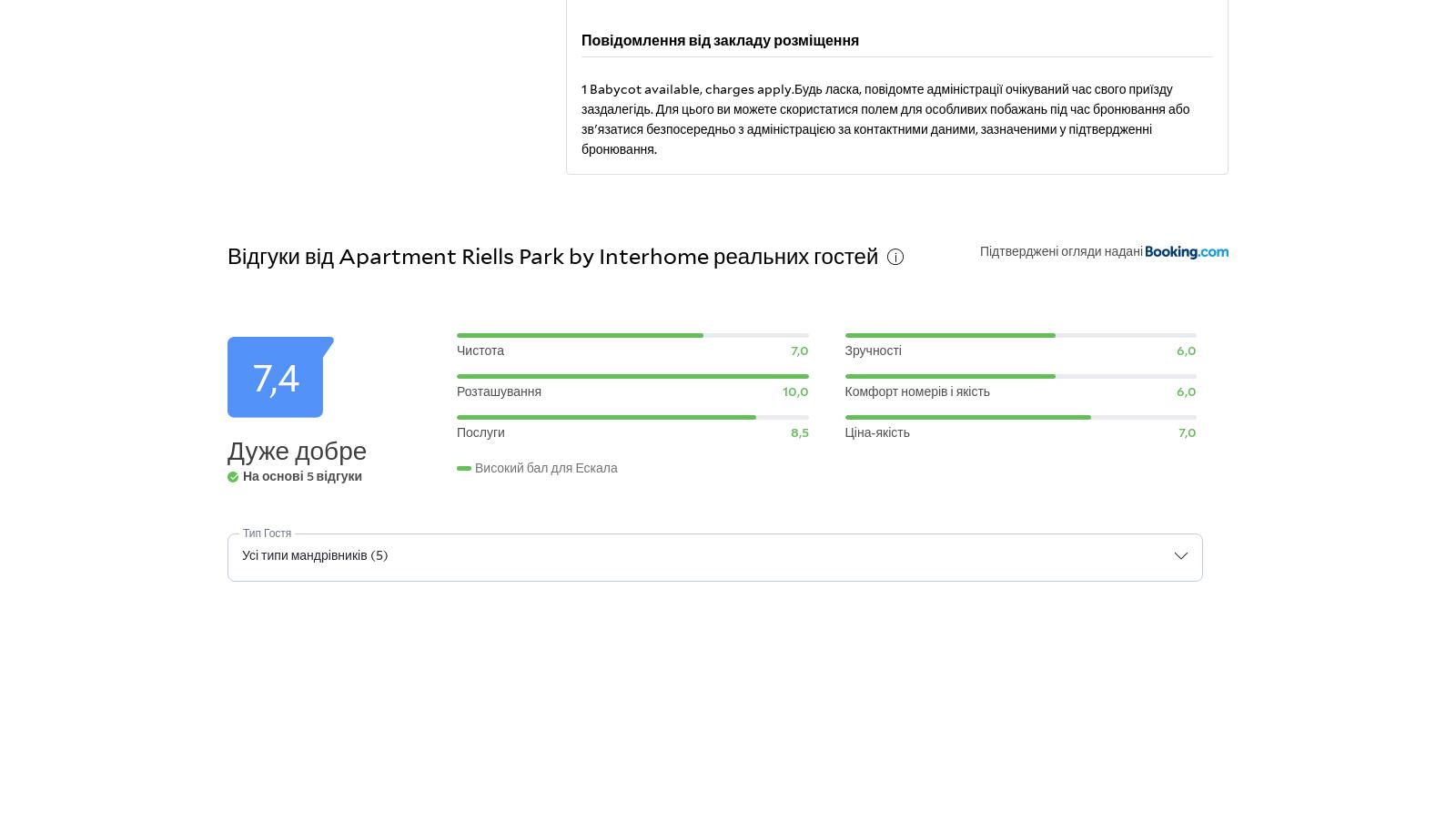 The height and width of the screenshot is (823, 1456). I want to click on 'На основі  5  відгуки', so click(302, 474).